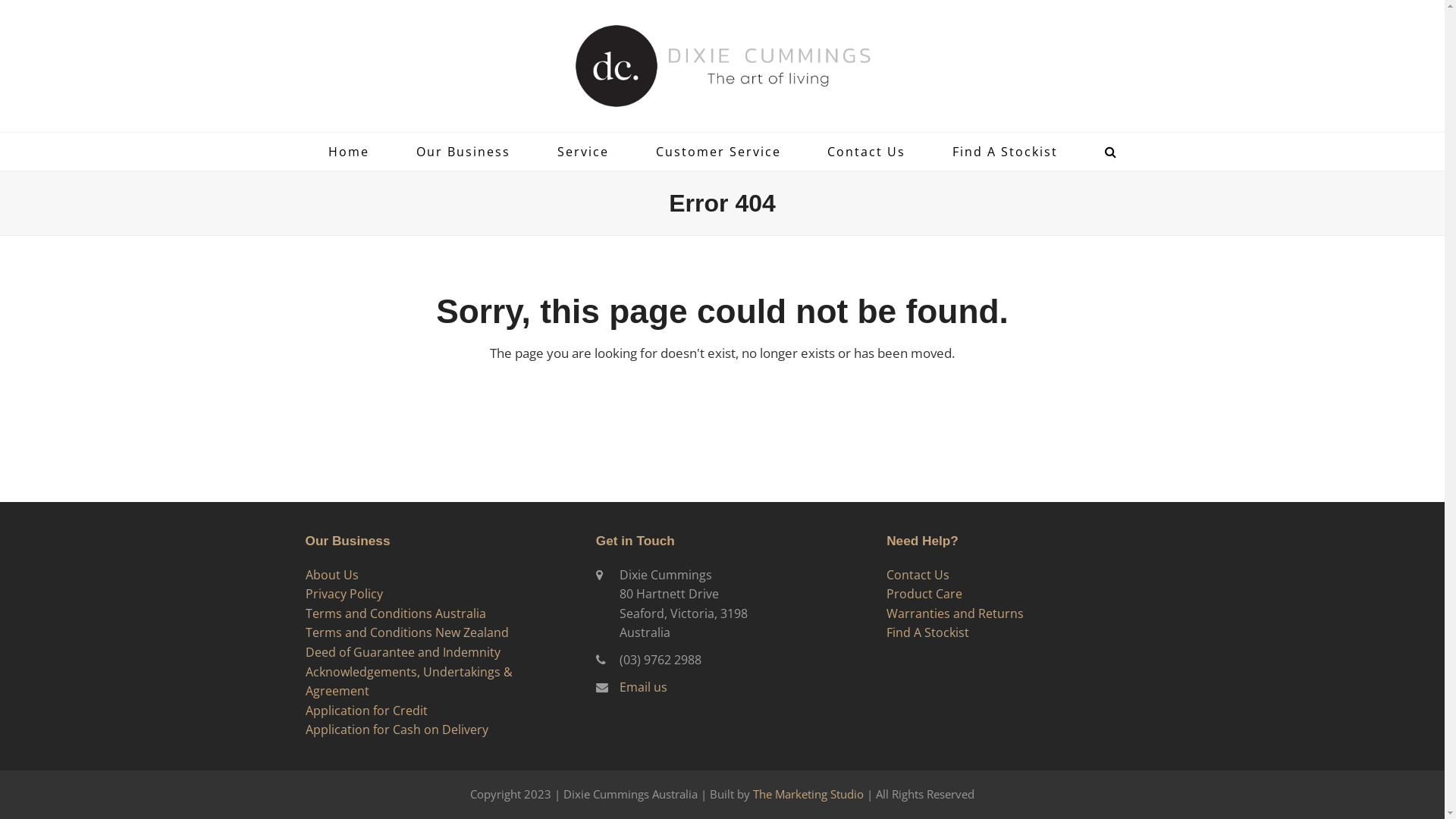 This screenshot has width=1456, height=819. What do you see at coordinates (408, 680) in the screenshot?
I see `'Acknowledgements, Undertakings & Agreement'` at bounding box center [408, 680].